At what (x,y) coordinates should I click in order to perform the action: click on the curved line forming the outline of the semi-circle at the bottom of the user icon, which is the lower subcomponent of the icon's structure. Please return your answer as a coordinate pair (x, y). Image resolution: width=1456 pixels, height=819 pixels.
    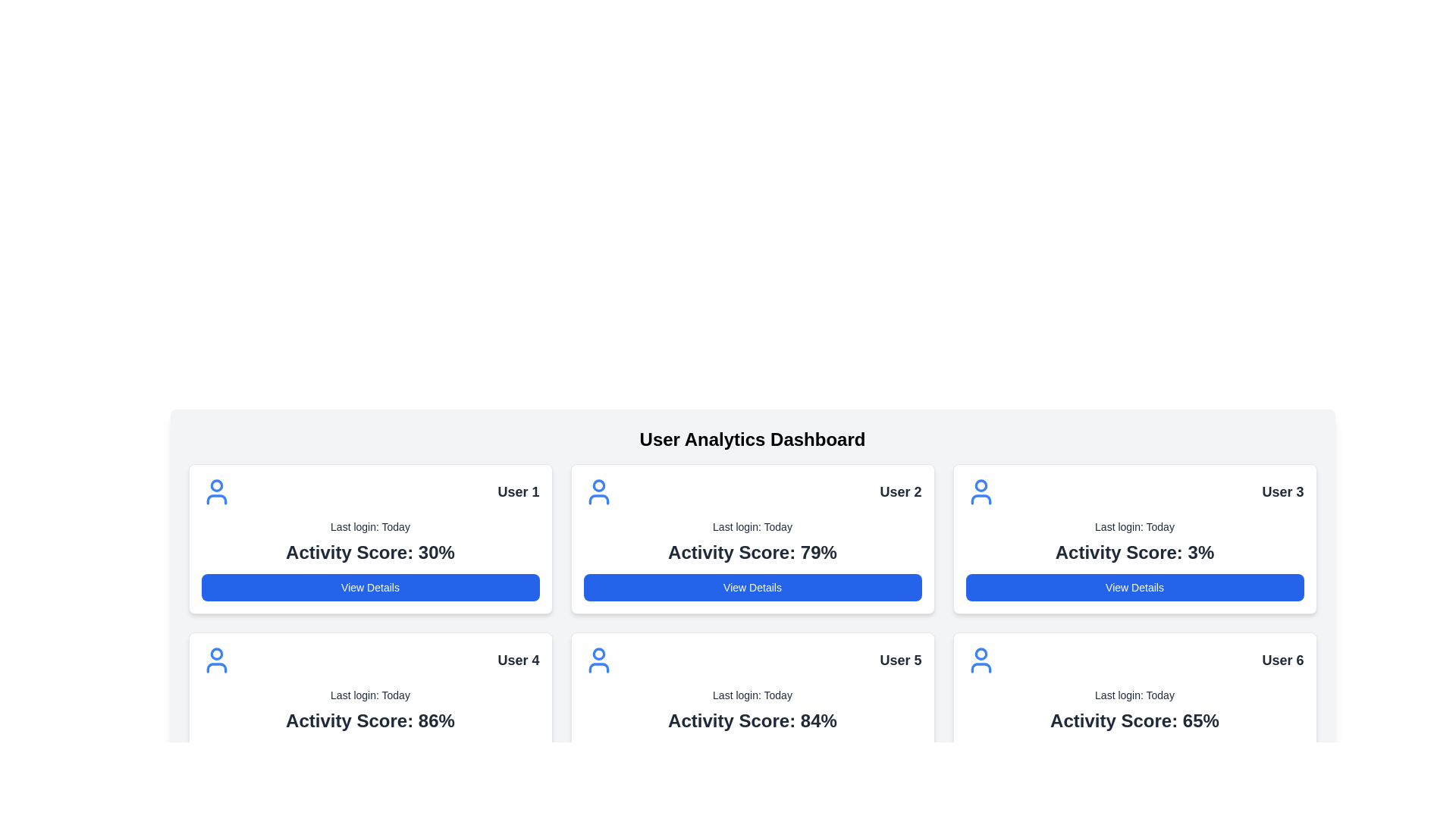
    Looking at the image, I should click on (215, 500).